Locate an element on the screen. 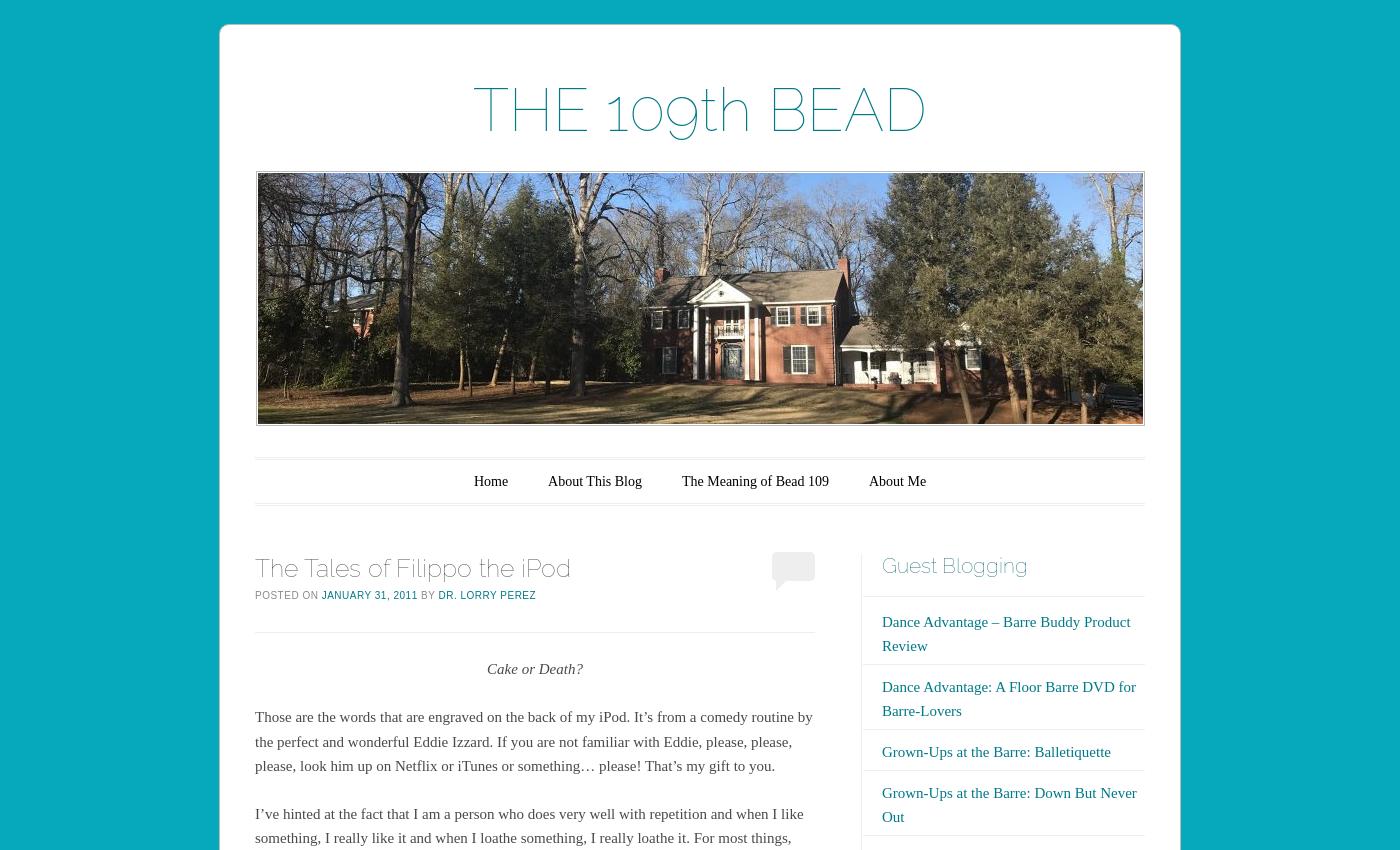  'Grown-Ups at the Barre: Down But Never Out' is located at coordinates (1008, 803).